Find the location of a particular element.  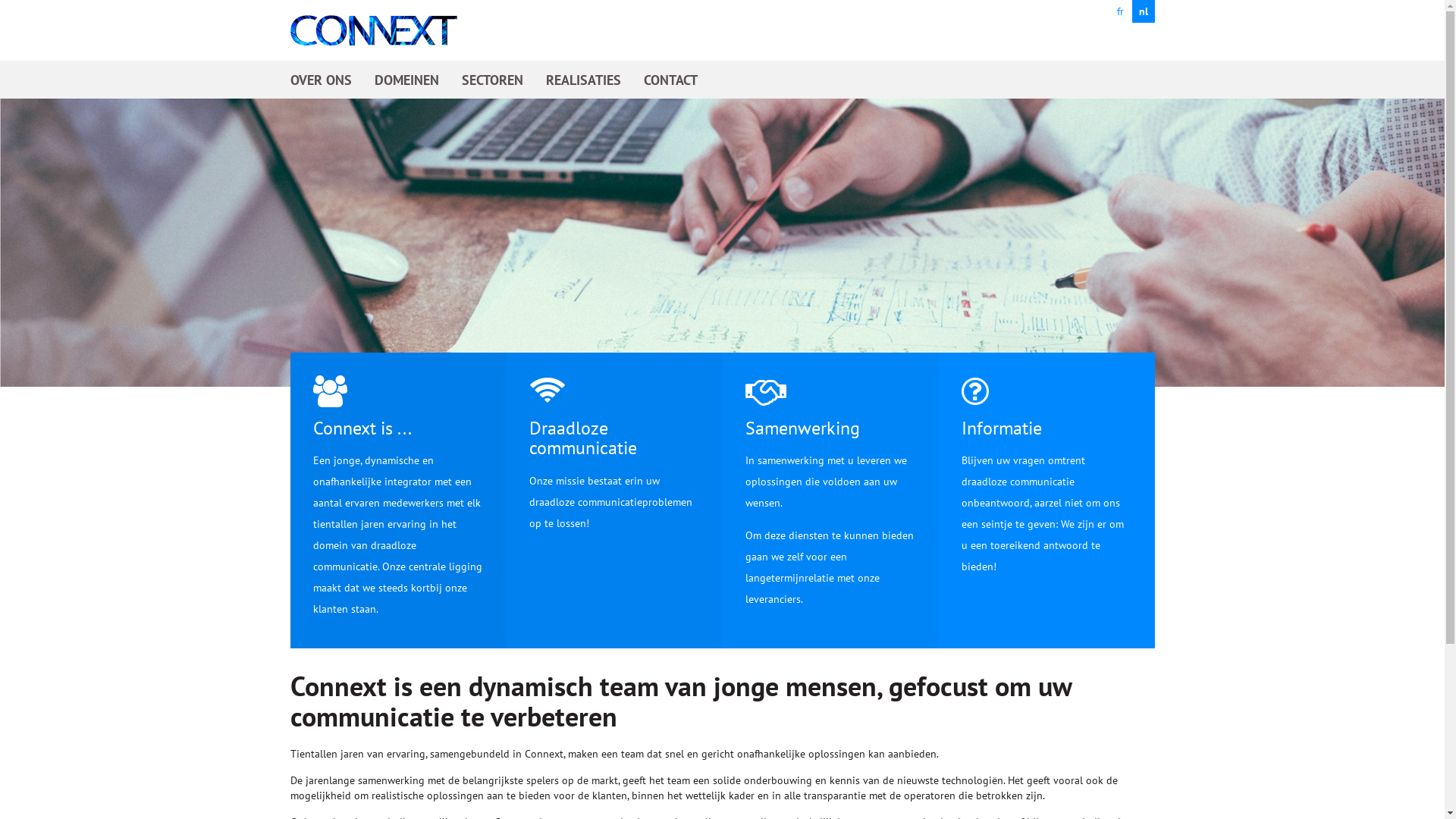

'DOMEINEN' is located at coordinates (406, 79).